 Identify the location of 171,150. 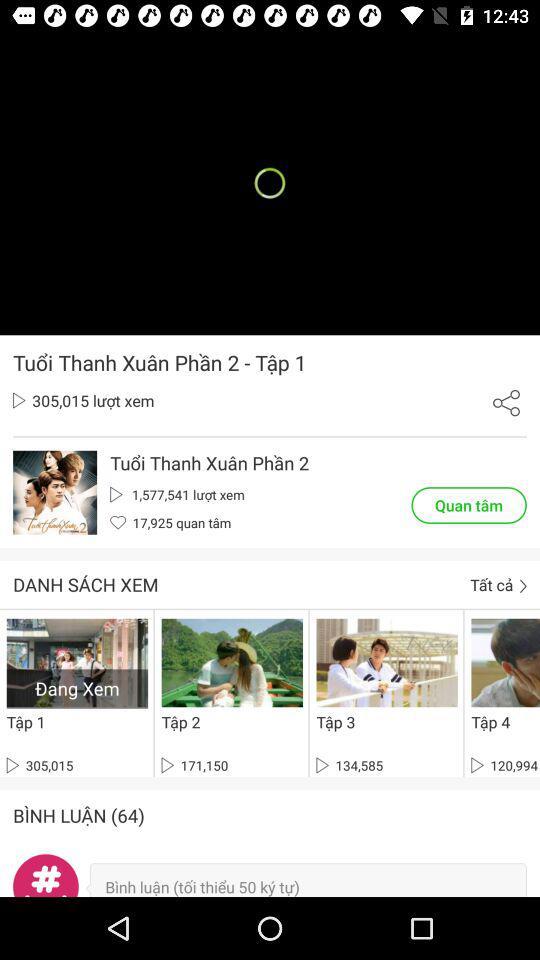
(194, 764).